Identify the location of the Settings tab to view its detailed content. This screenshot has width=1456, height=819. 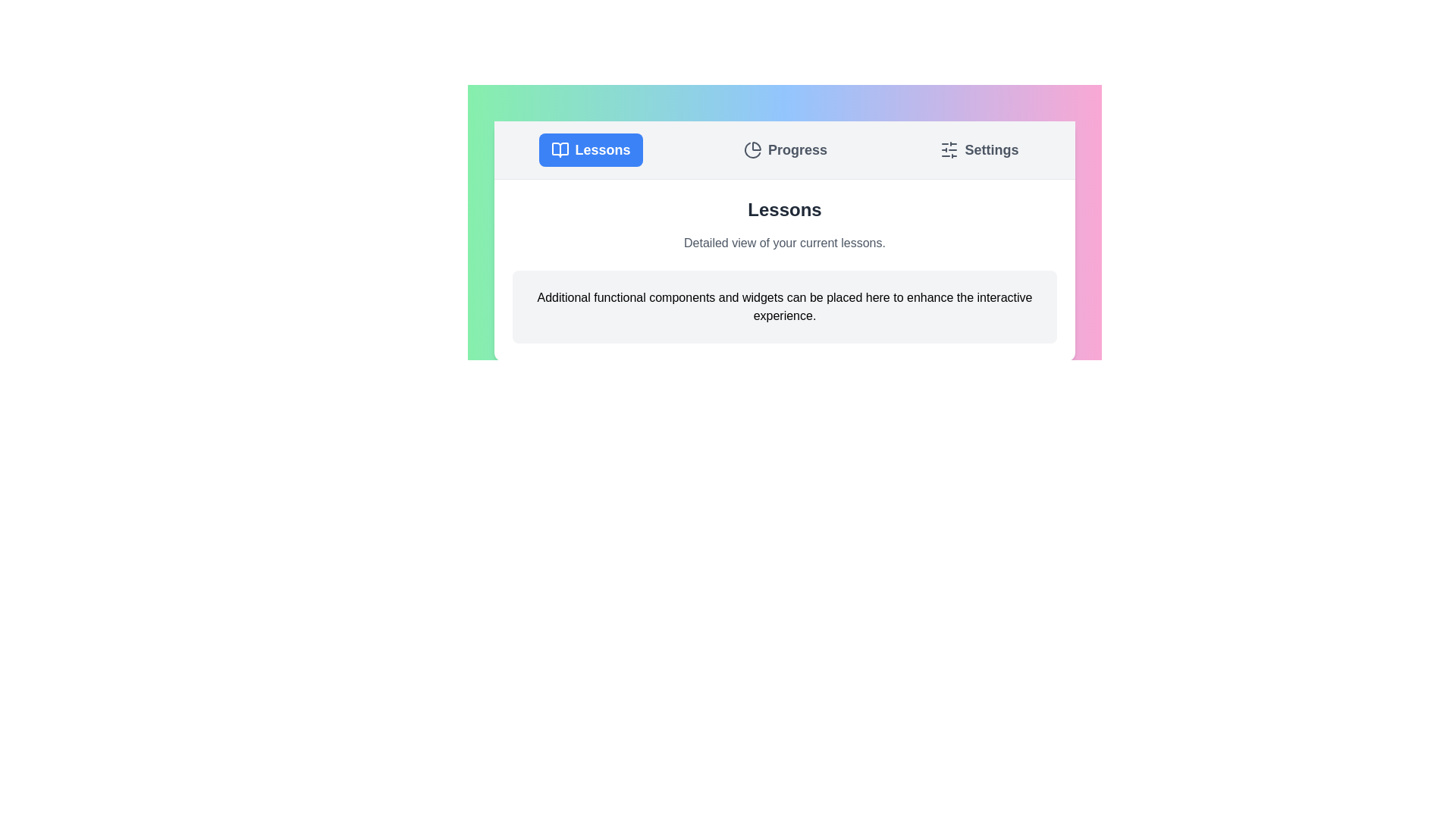
(979, 149).